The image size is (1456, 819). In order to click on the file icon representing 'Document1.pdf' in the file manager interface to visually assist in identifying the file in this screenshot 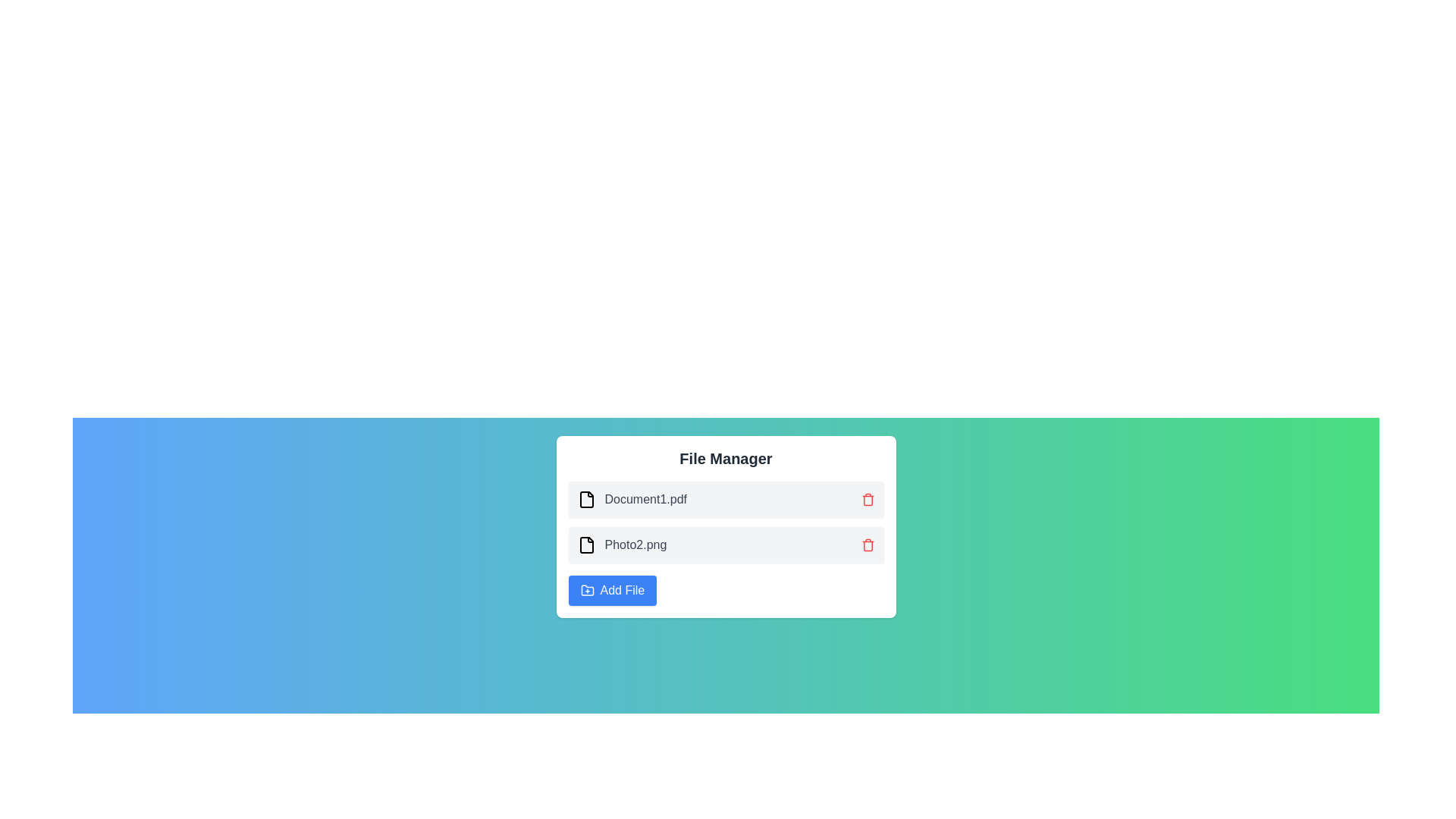, I will do `click(585, 500)`.